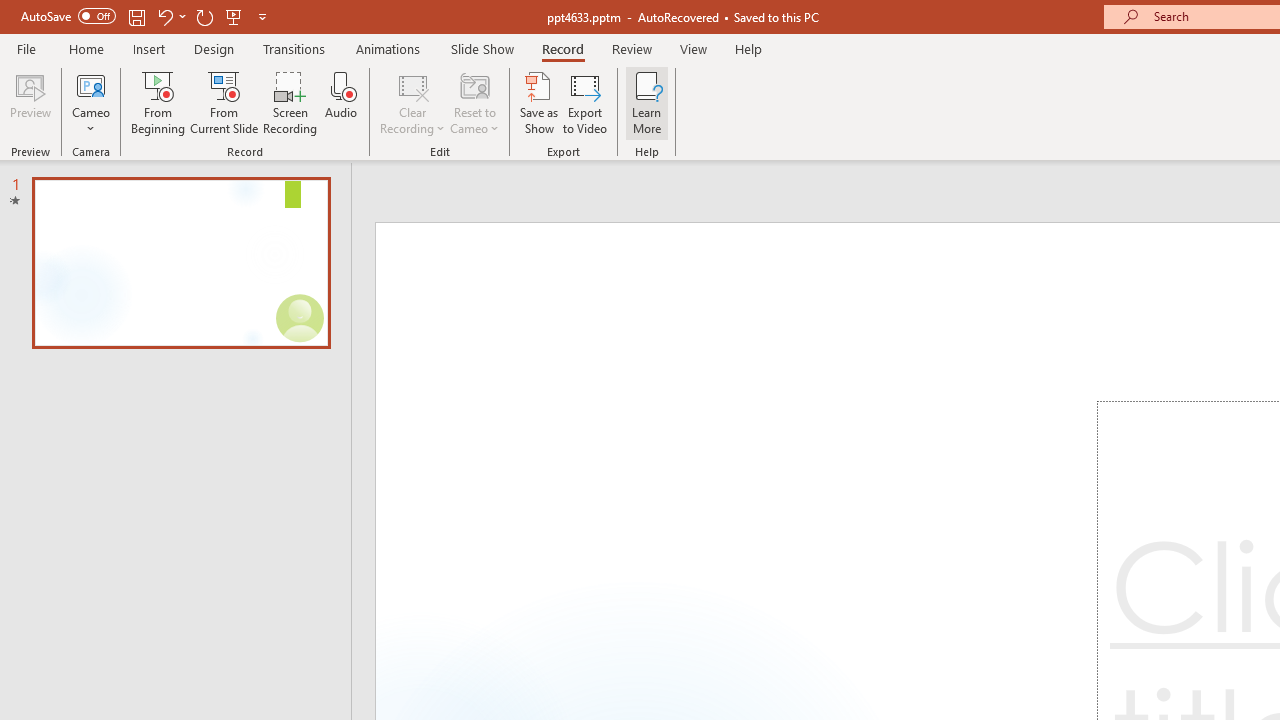  What do you see at coordinates (647, 103) in the screenshot?
I see `'Learn More'` at bounding box center [647, 103].